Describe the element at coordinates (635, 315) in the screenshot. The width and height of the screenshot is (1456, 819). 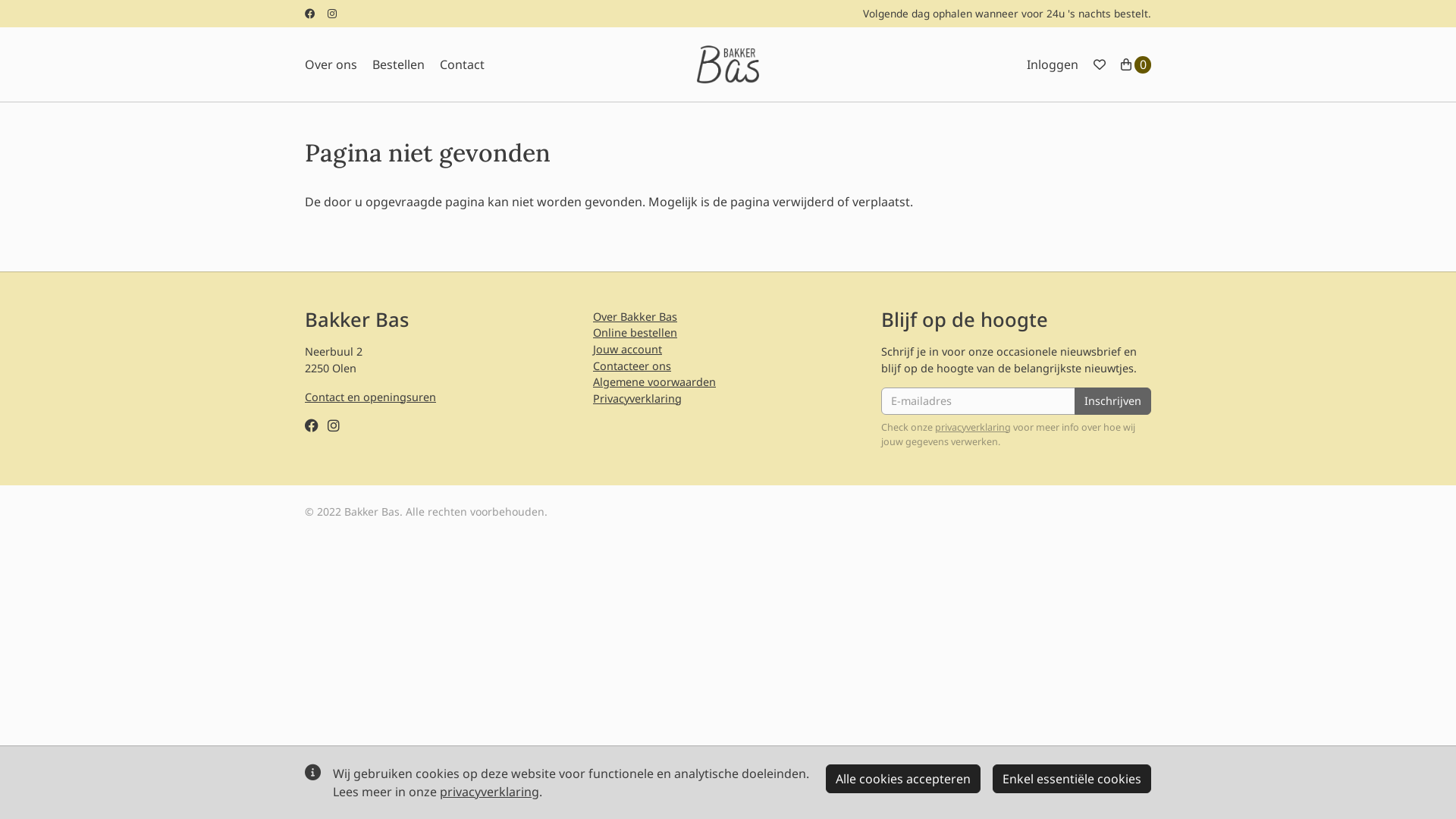
I see `'Over Bakker Bas'` at that location.